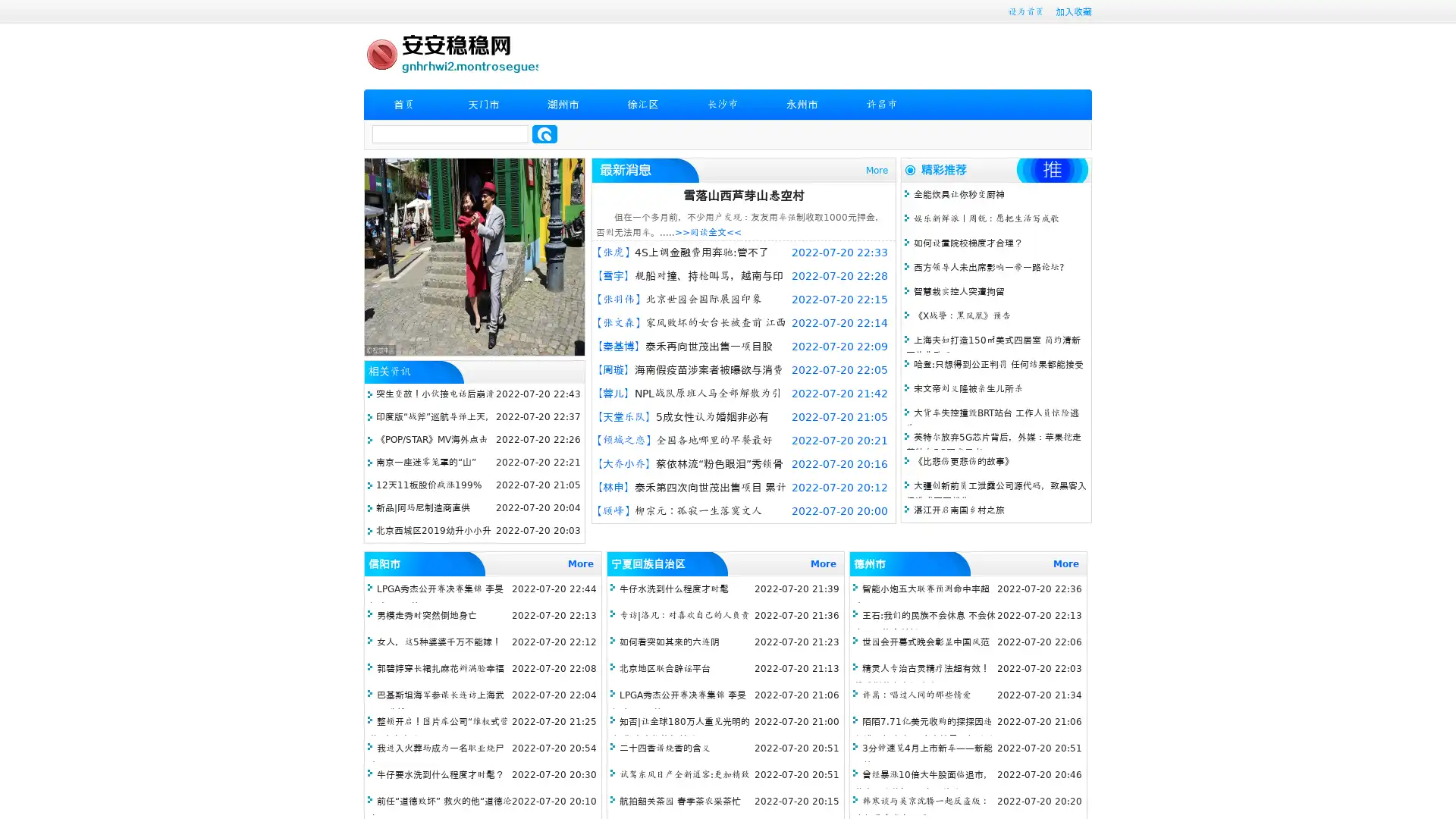 The image size is (1456, 819). I want to click on Search, so click(544, 133).